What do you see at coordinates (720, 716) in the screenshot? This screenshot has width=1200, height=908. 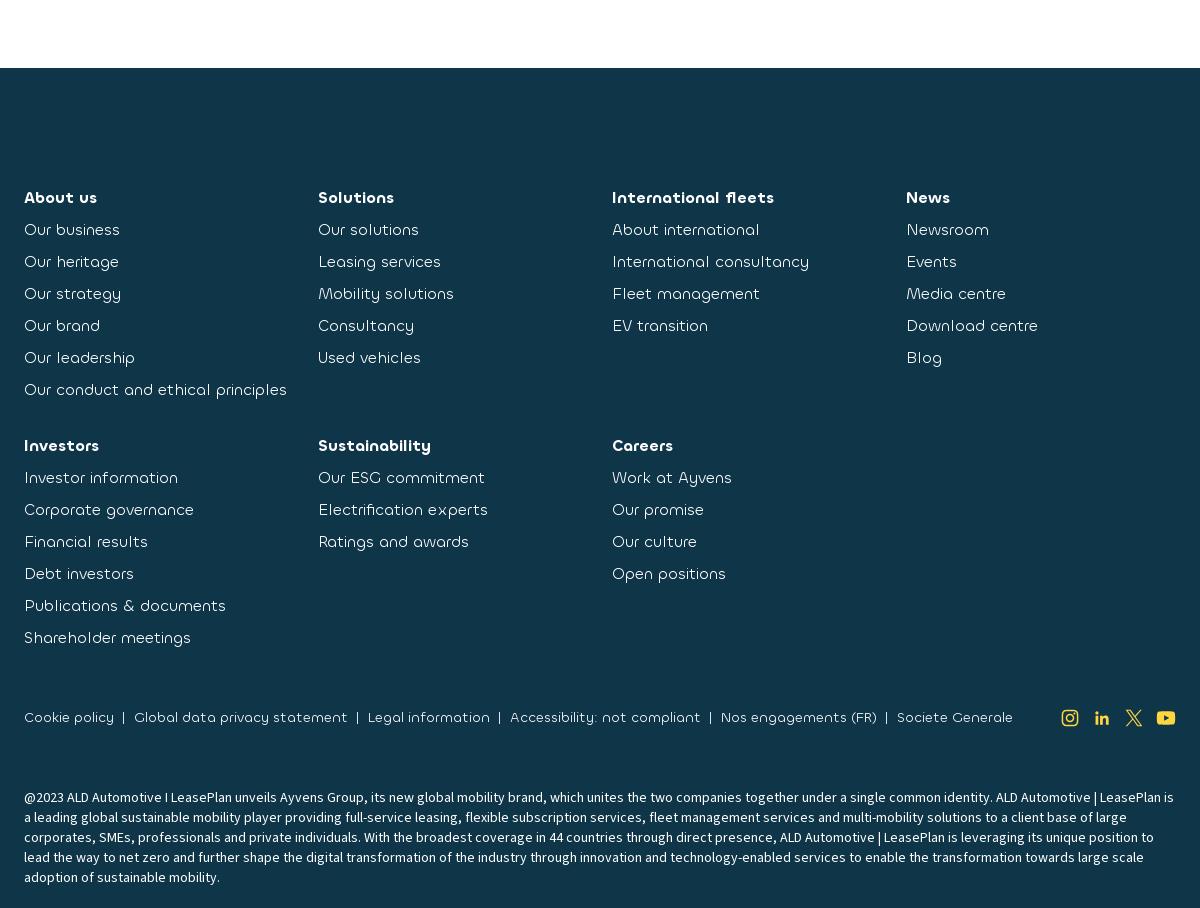 I see `'Nos engagements (FR)'` at bounding box center [720, 716].